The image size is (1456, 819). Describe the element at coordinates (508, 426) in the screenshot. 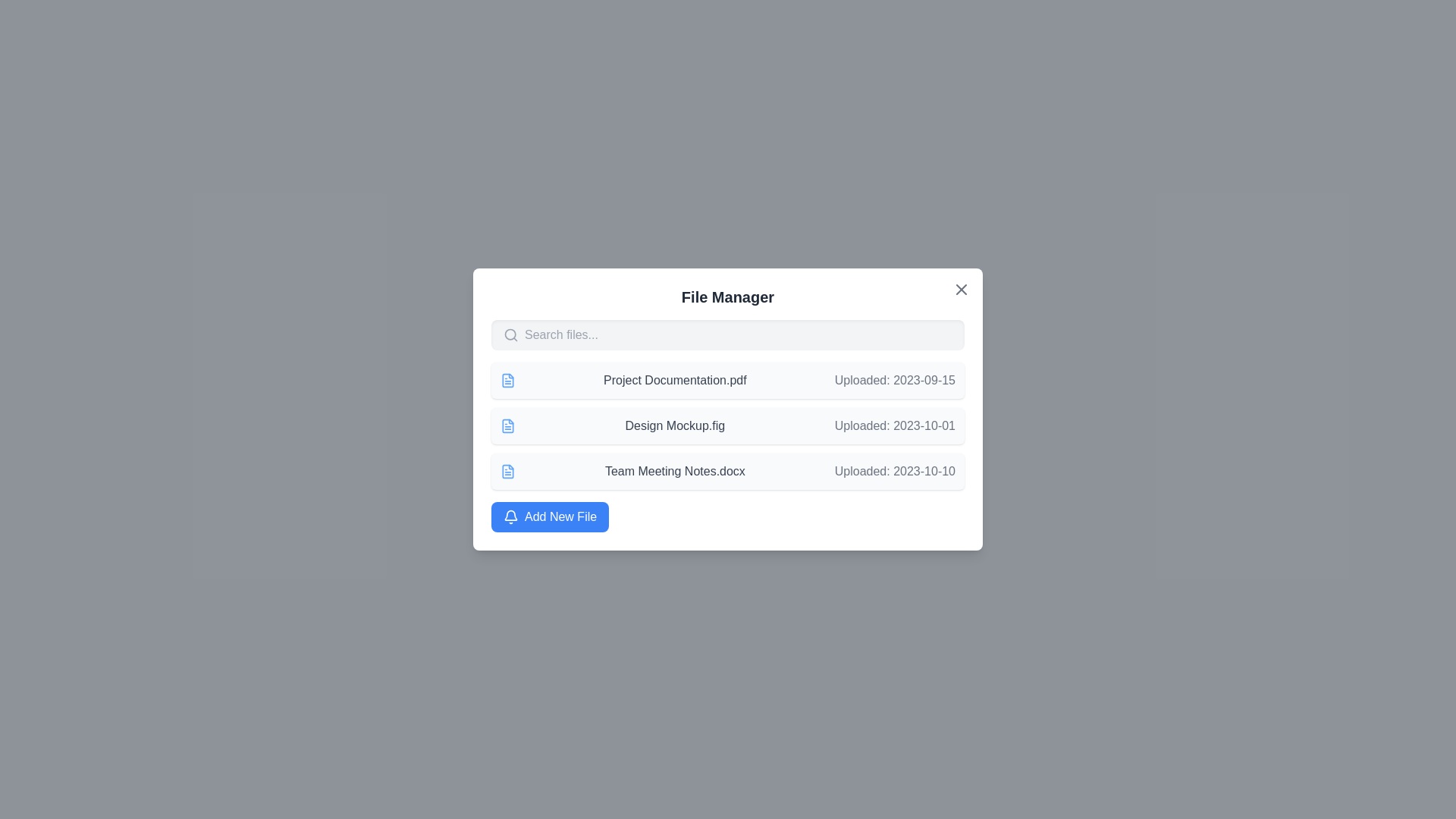

I see `the document file icon representing 'Design Mockup.fig'` at that location.